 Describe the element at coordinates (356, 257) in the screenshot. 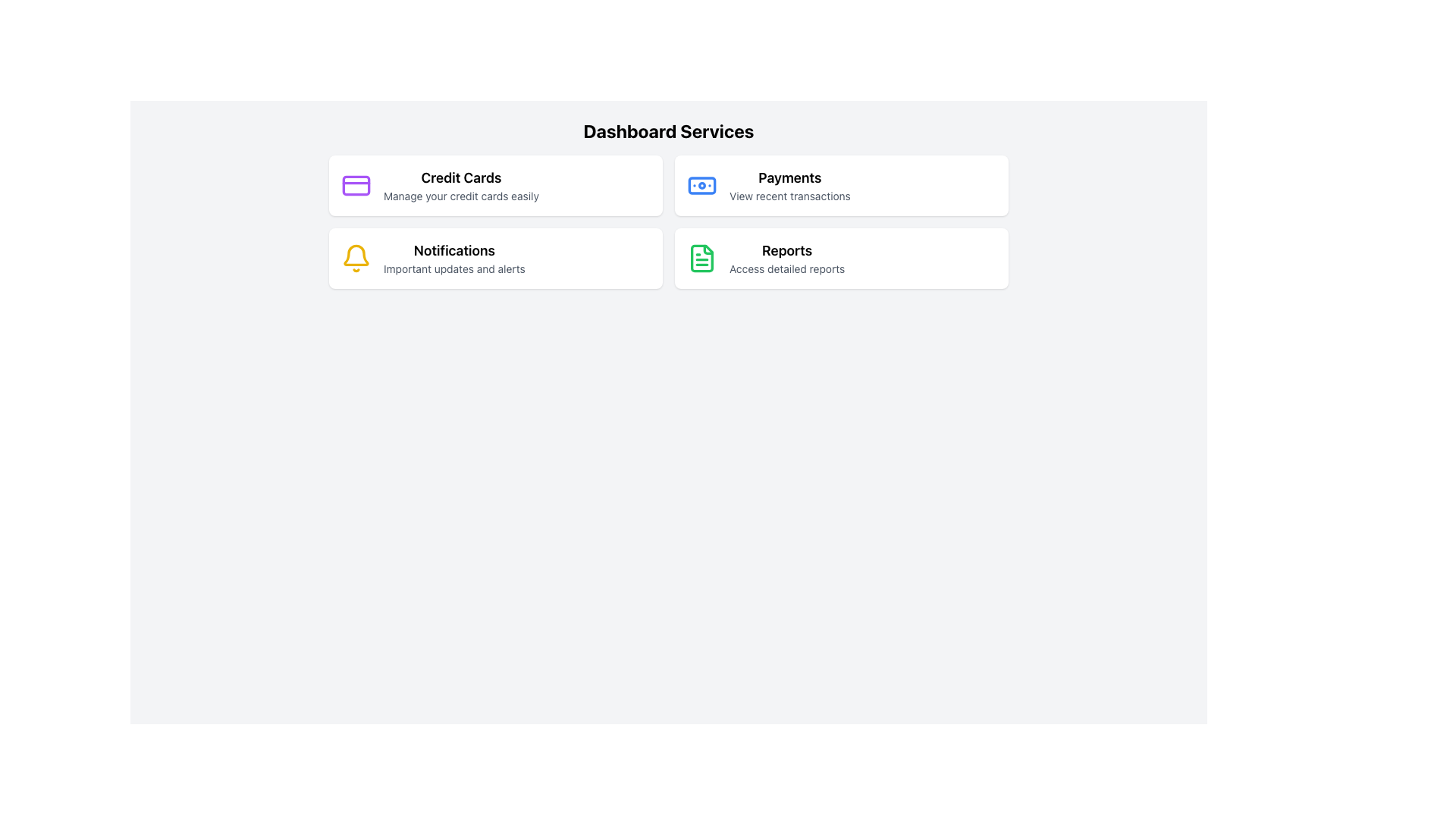

I see `the yellow bell icon located at the left-most part of the 'Notifications' section, which precedes the text label 'Notifications Important updates and alerts'` at that location.